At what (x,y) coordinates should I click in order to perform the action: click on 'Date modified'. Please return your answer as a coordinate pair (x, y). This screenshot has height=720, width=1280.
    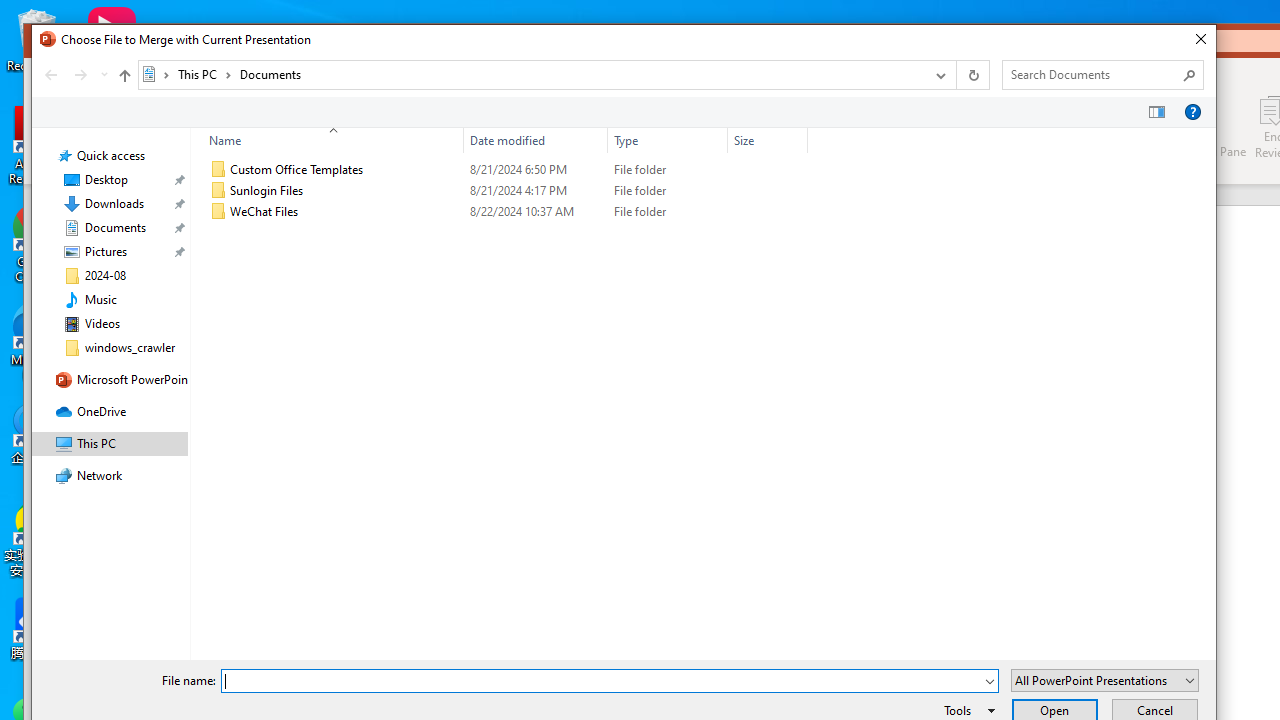
    Looking at the image, I should click on (535, 139).